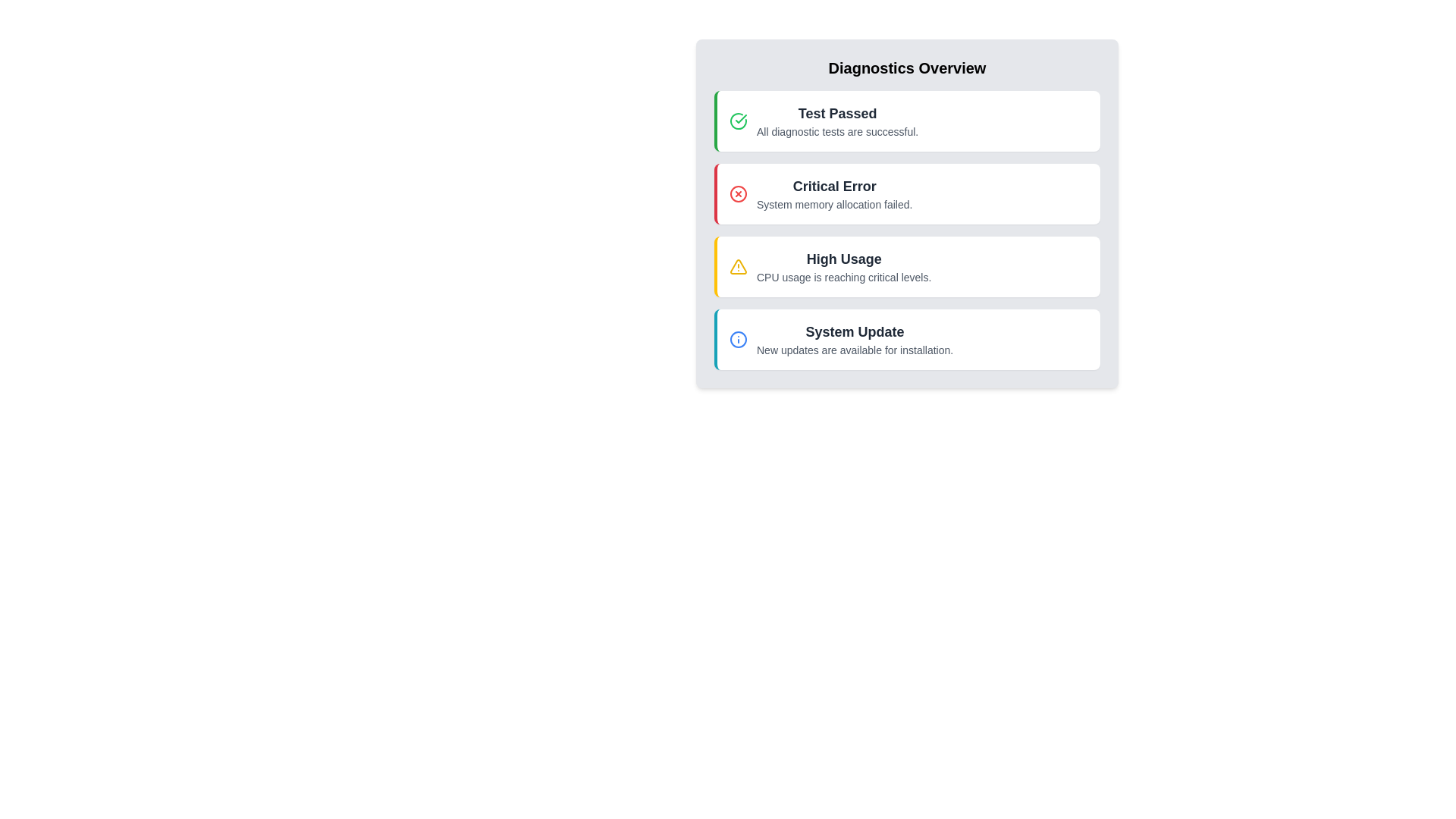 The width and height of the screenshot is (1456, 819). Describe the element at coordinates (833, 193) in the screenshot. I see `the textual display showing 'Critical Error' and 'System memory allocation failed' which is part of a diagnostic messages panel` at that location.